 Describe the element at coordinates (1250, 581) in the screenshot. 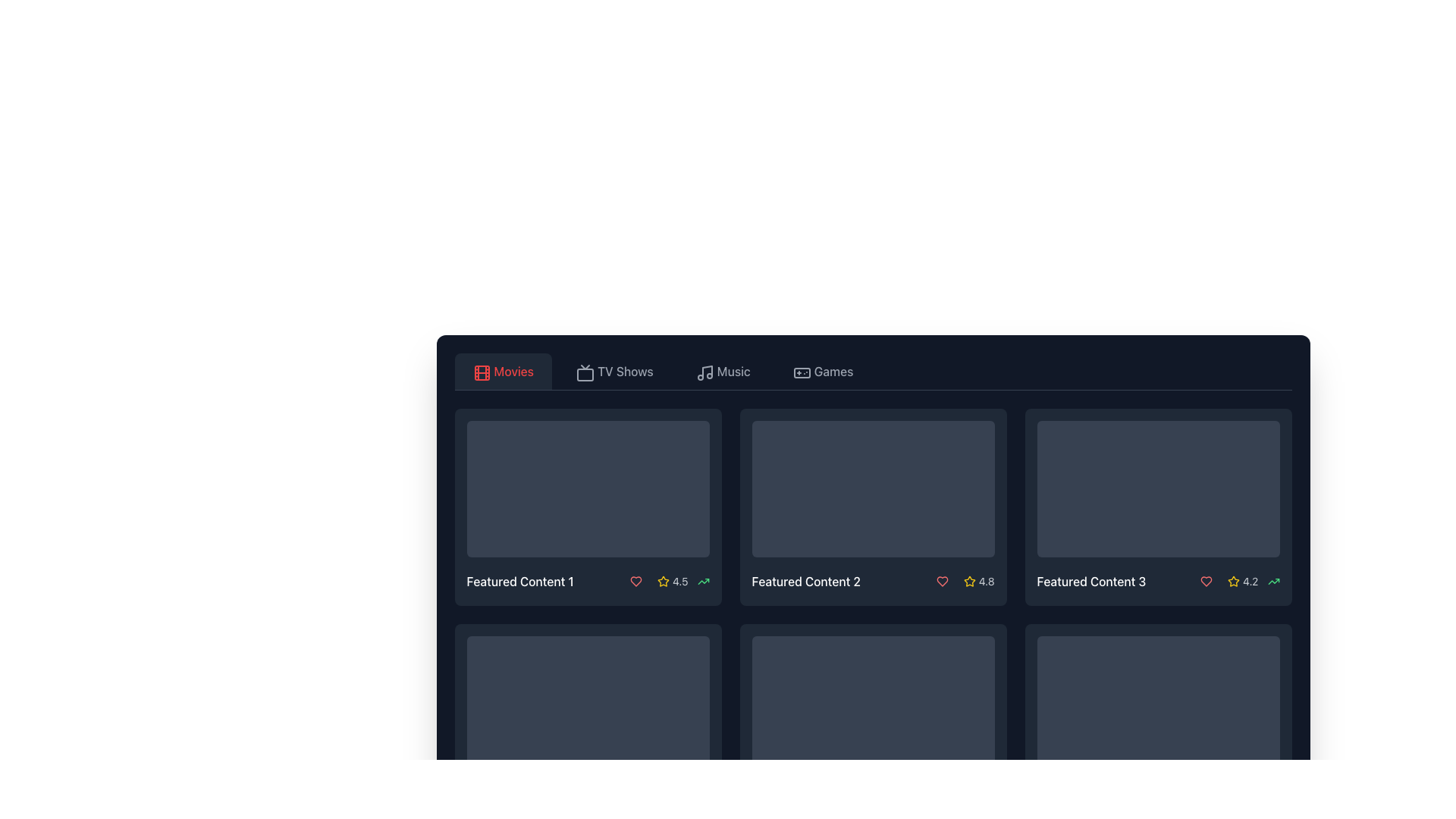

I see `the text label displaying '4.2', which is a small-sized, gray-colored font, located to the right of a yellow star icon underneath the 'Featured Content 3' title` at that location.